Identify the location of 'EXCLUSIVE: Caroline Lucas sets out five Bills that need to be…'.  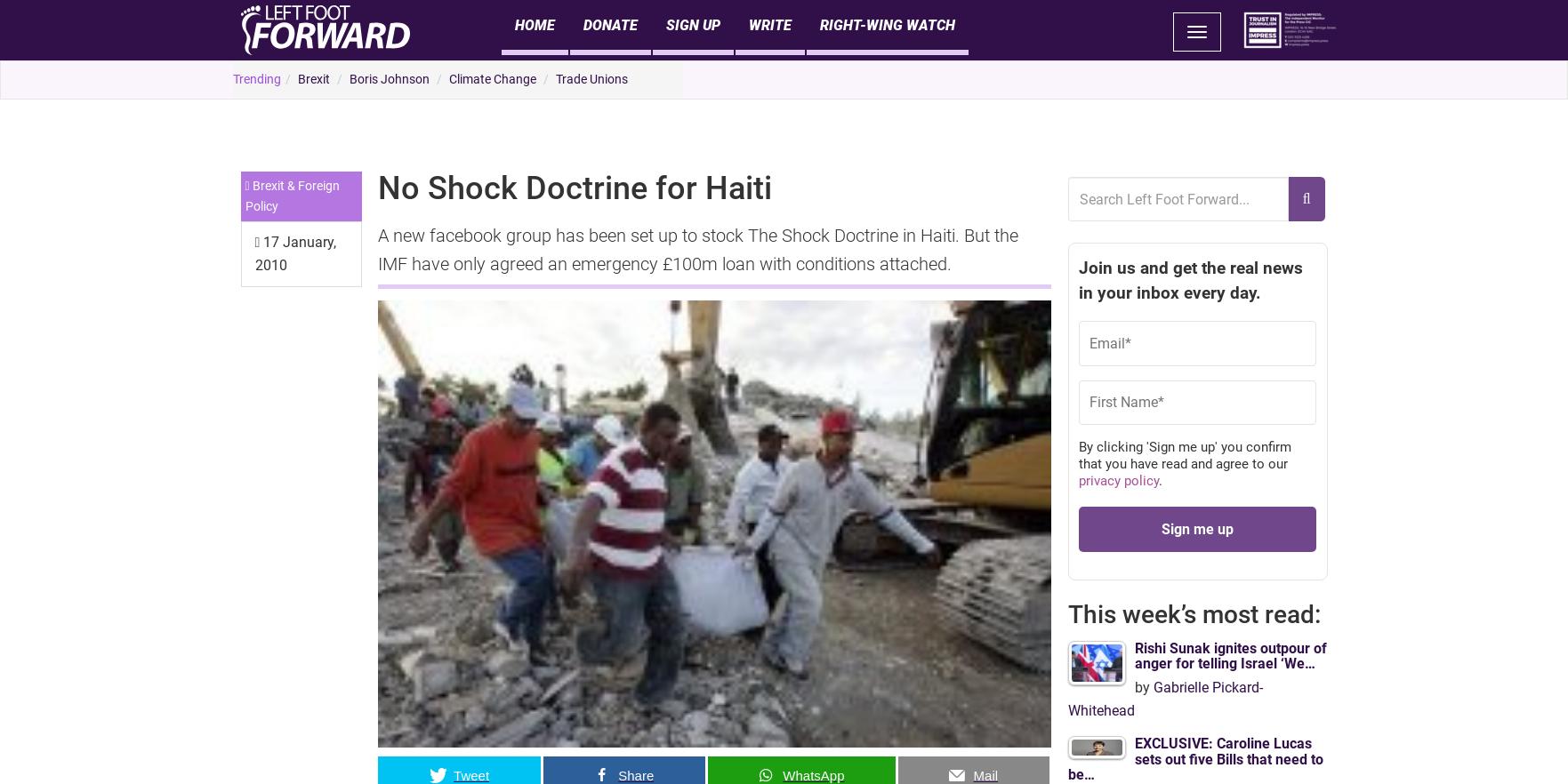
(1194, 757).